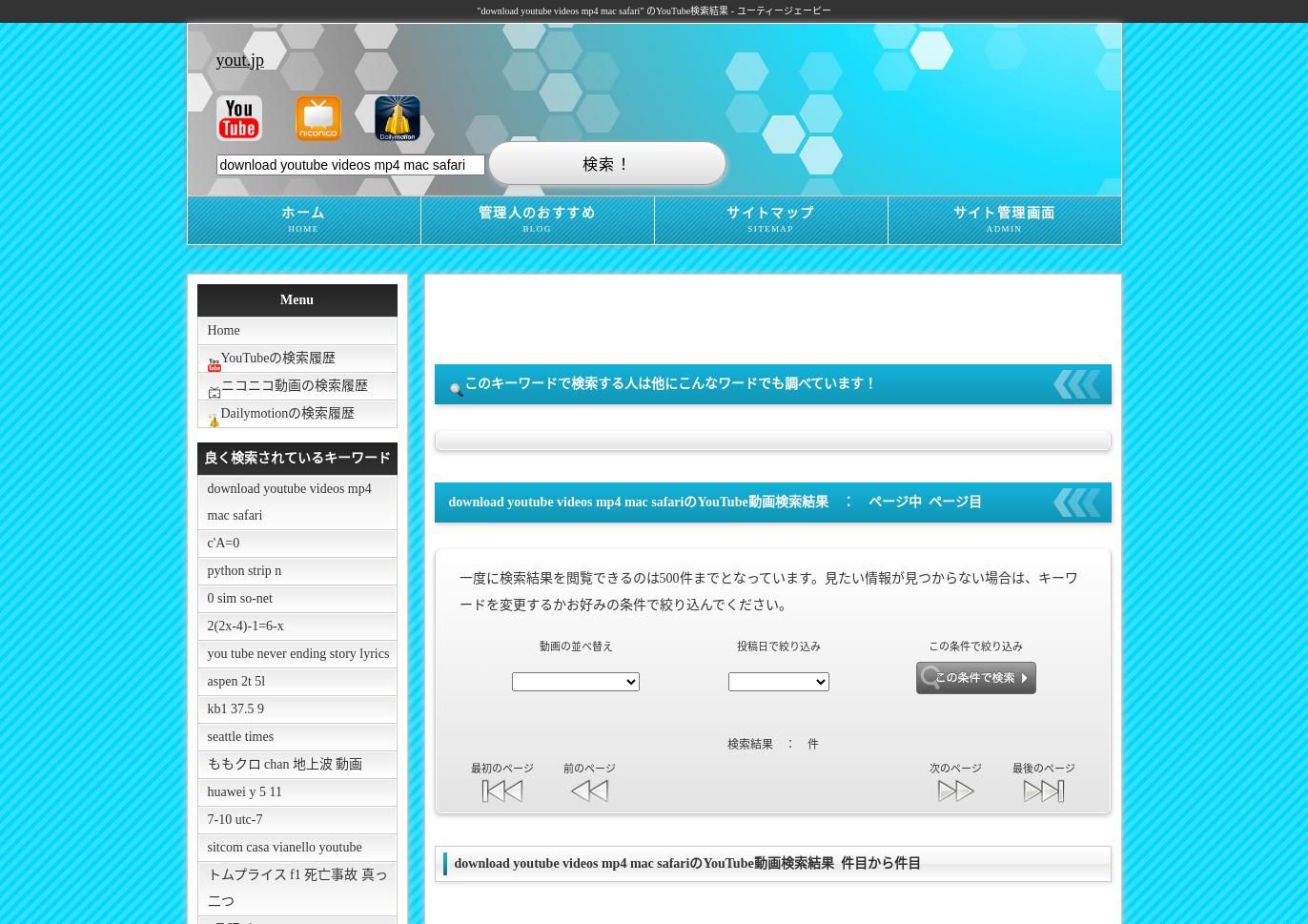  Describe the element at coordinates (207, 791) in the screenshot. I see `'huawei y 5 11'` at that location.